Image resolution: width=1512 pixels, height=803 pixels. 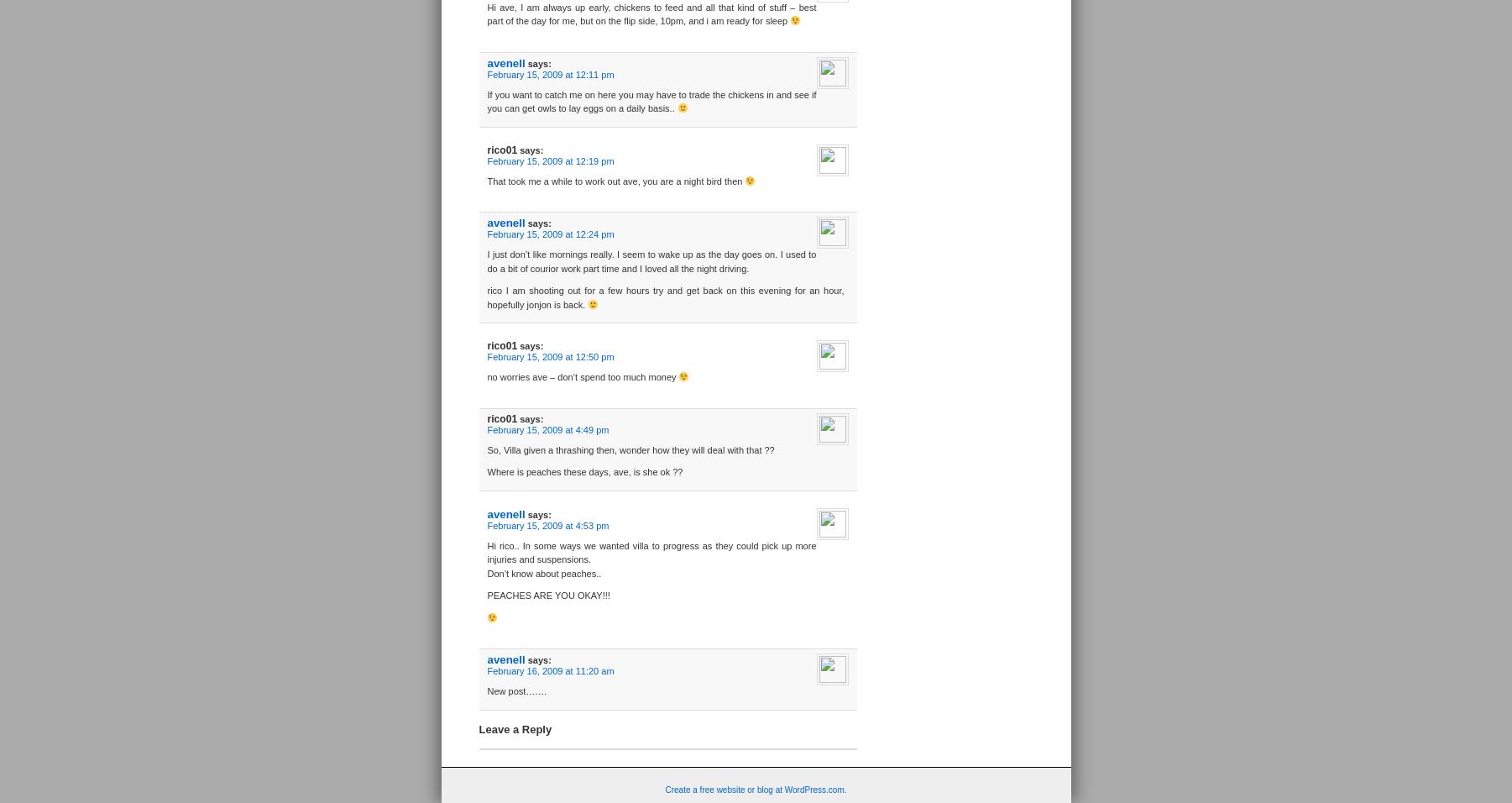 I want to click on 'Create a free website or blog at WordPress.com.', so click(x=754, y=789).